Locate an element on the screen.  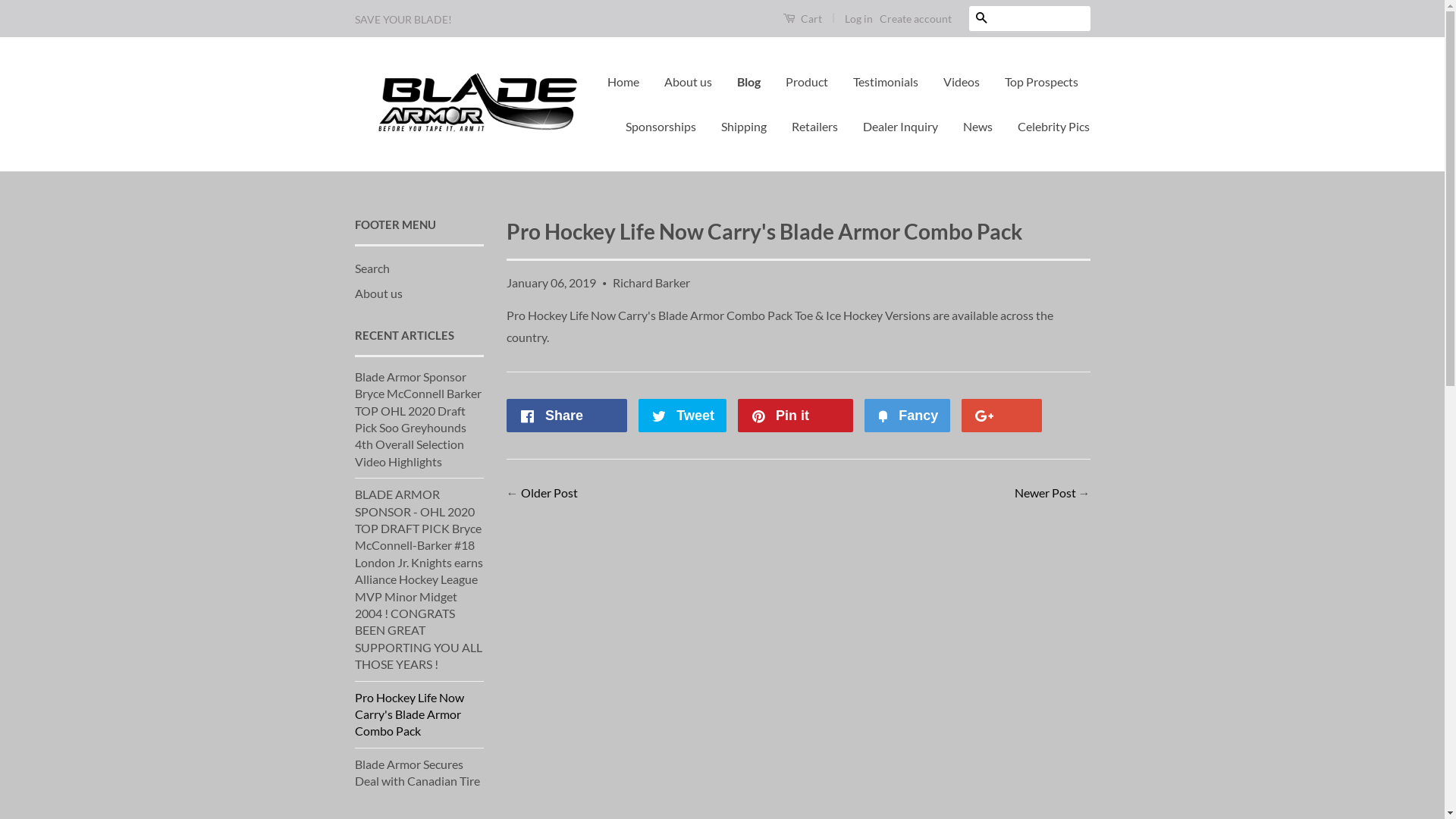
'News' is located at coordinates (950, 126).